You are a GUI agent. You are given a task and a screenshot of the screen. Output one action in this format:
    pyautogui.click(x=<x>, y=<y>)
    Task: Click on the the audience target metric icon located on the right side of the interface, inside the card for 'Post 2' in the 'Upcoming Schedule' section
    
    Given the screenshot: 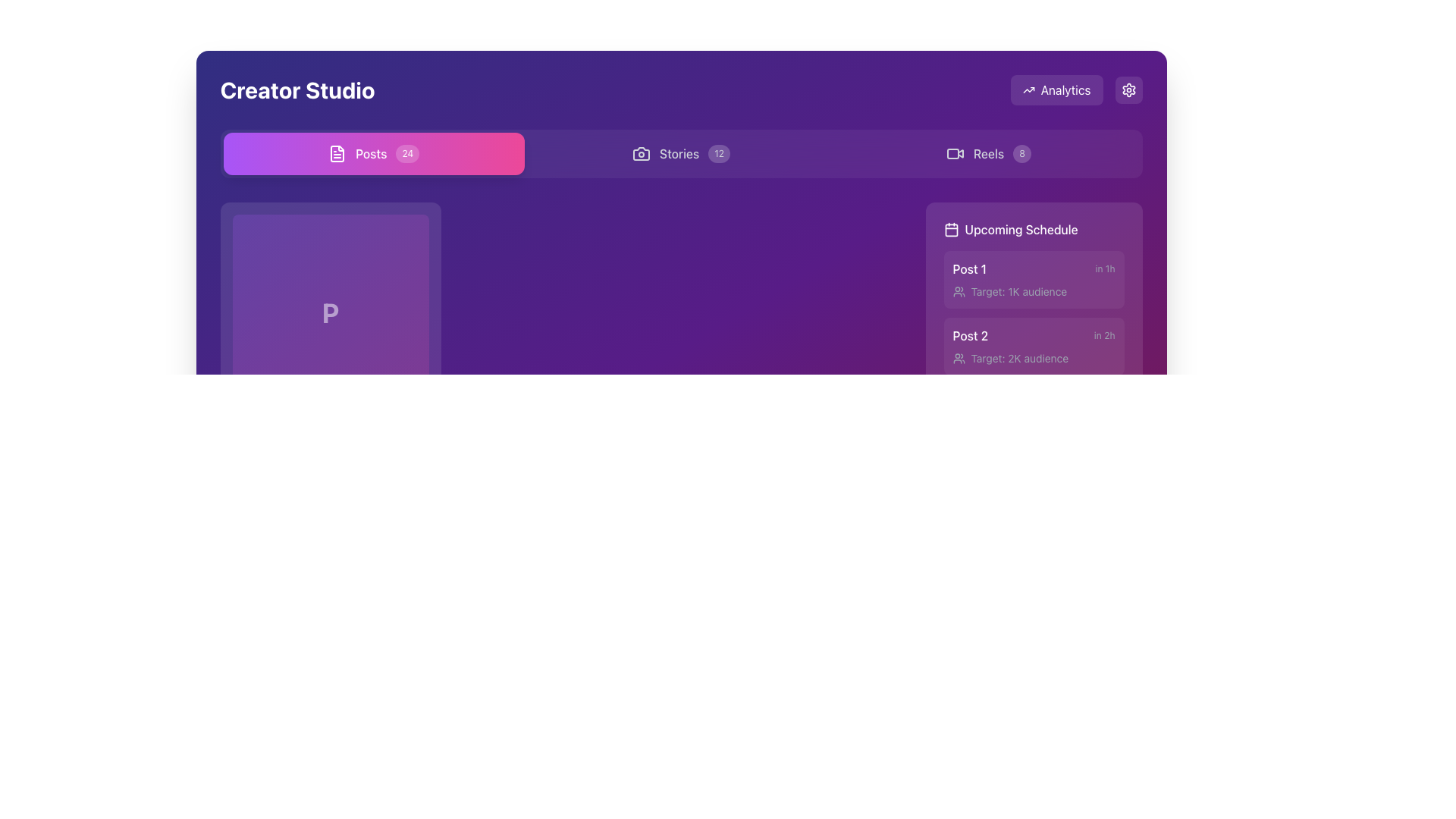 What is the action you would take?
    pyautogui.click(x=958, y=359)
    